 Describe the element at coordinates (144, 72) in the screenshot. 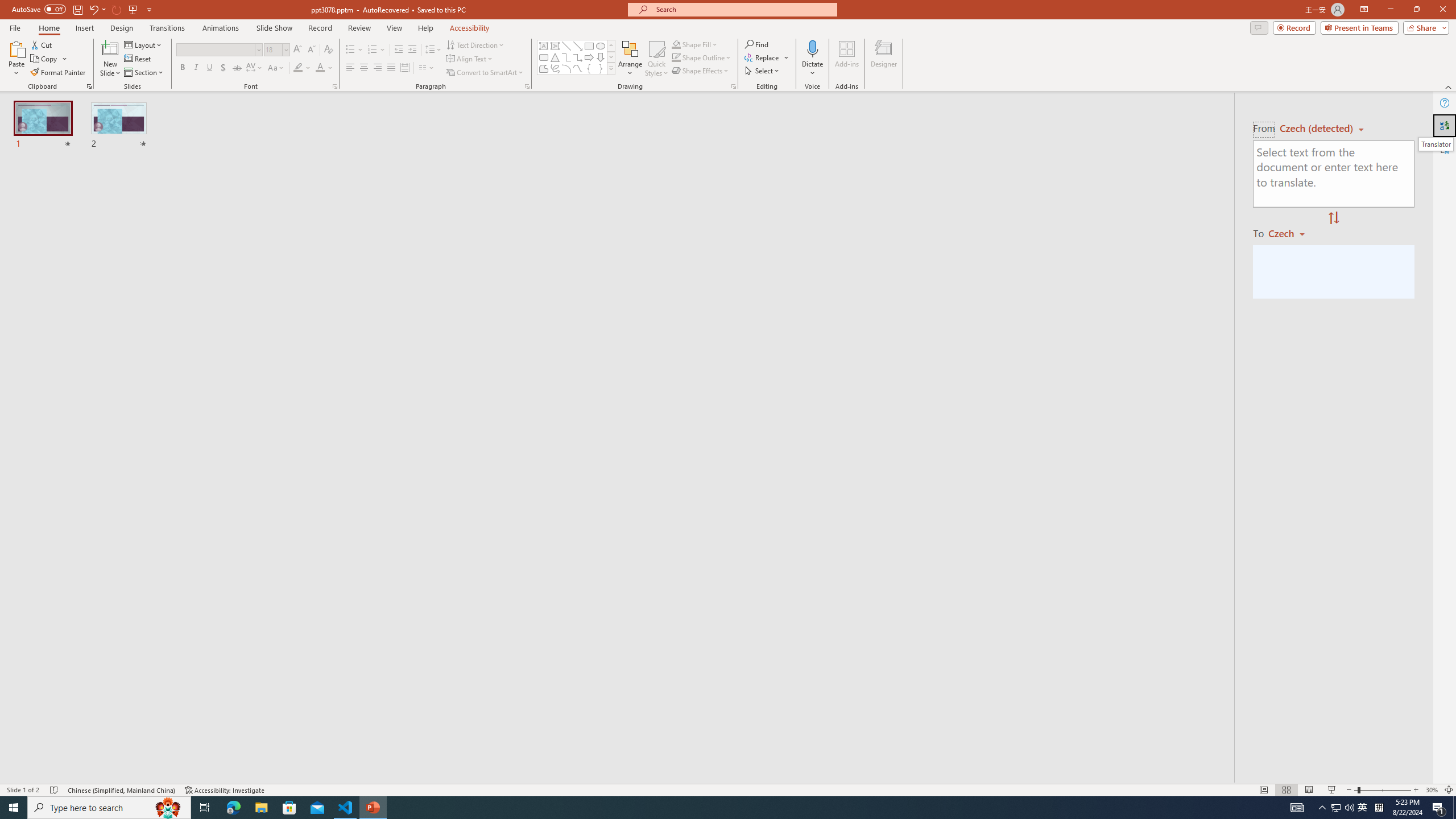

I see `'Section'` at that location.